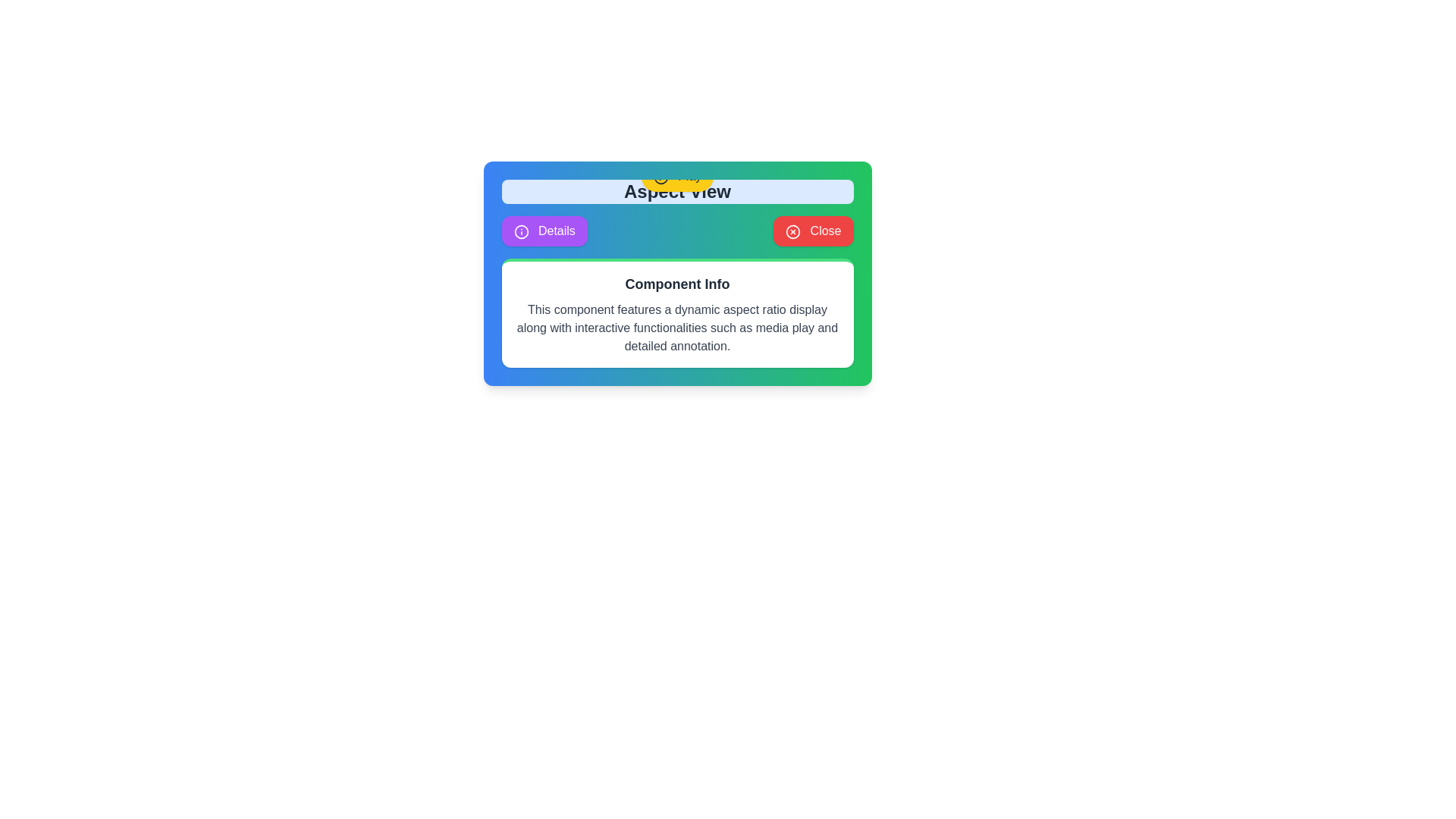  Describe the element at coordinates (521, 231) in the screenshot. I see `the small circular Information Icon located within the purple 'Details' button` at that location.